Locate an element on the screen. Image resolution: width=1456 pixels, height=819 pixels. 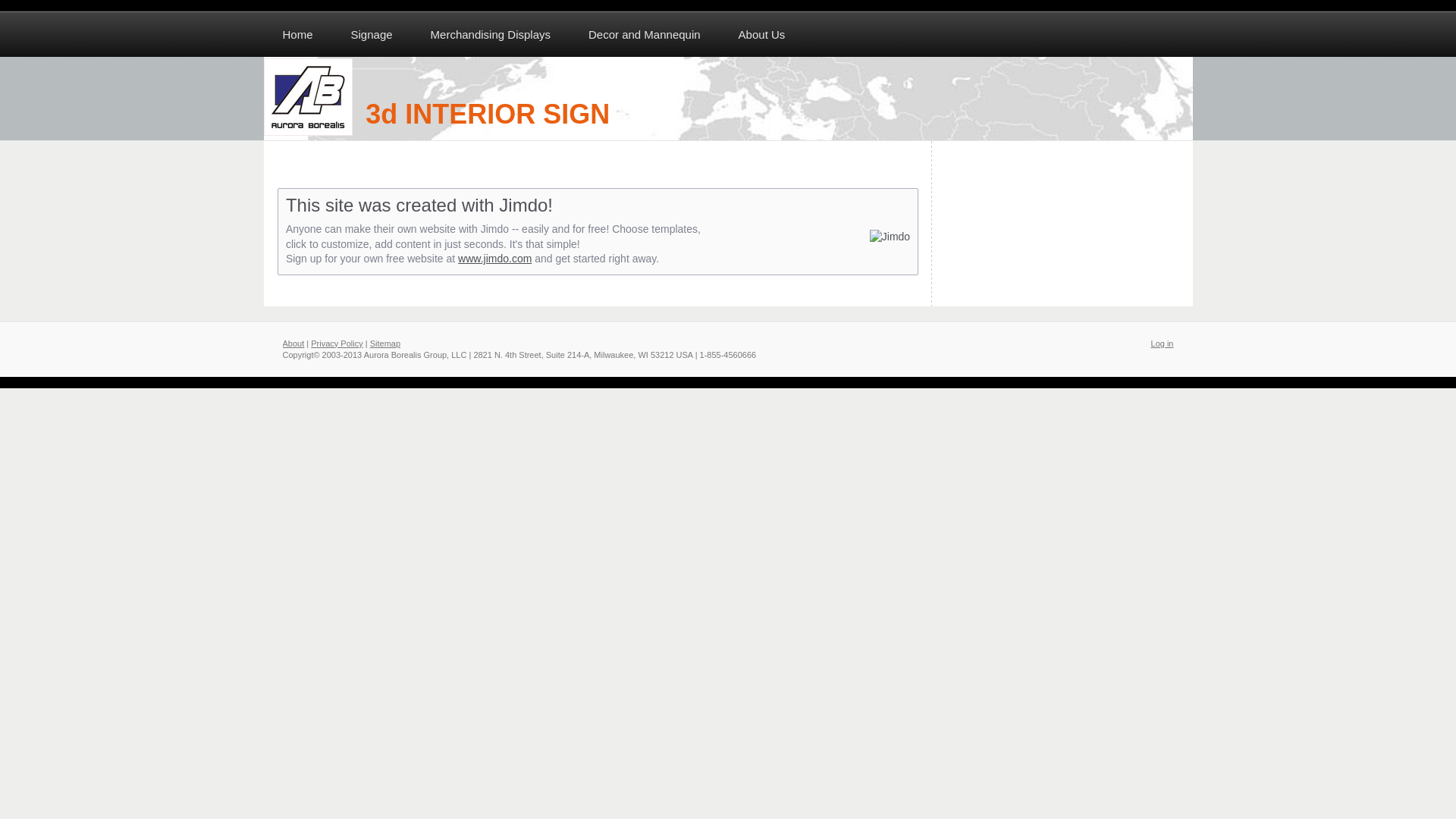
'Privacy Policy' is located at coordinates (336, 343).